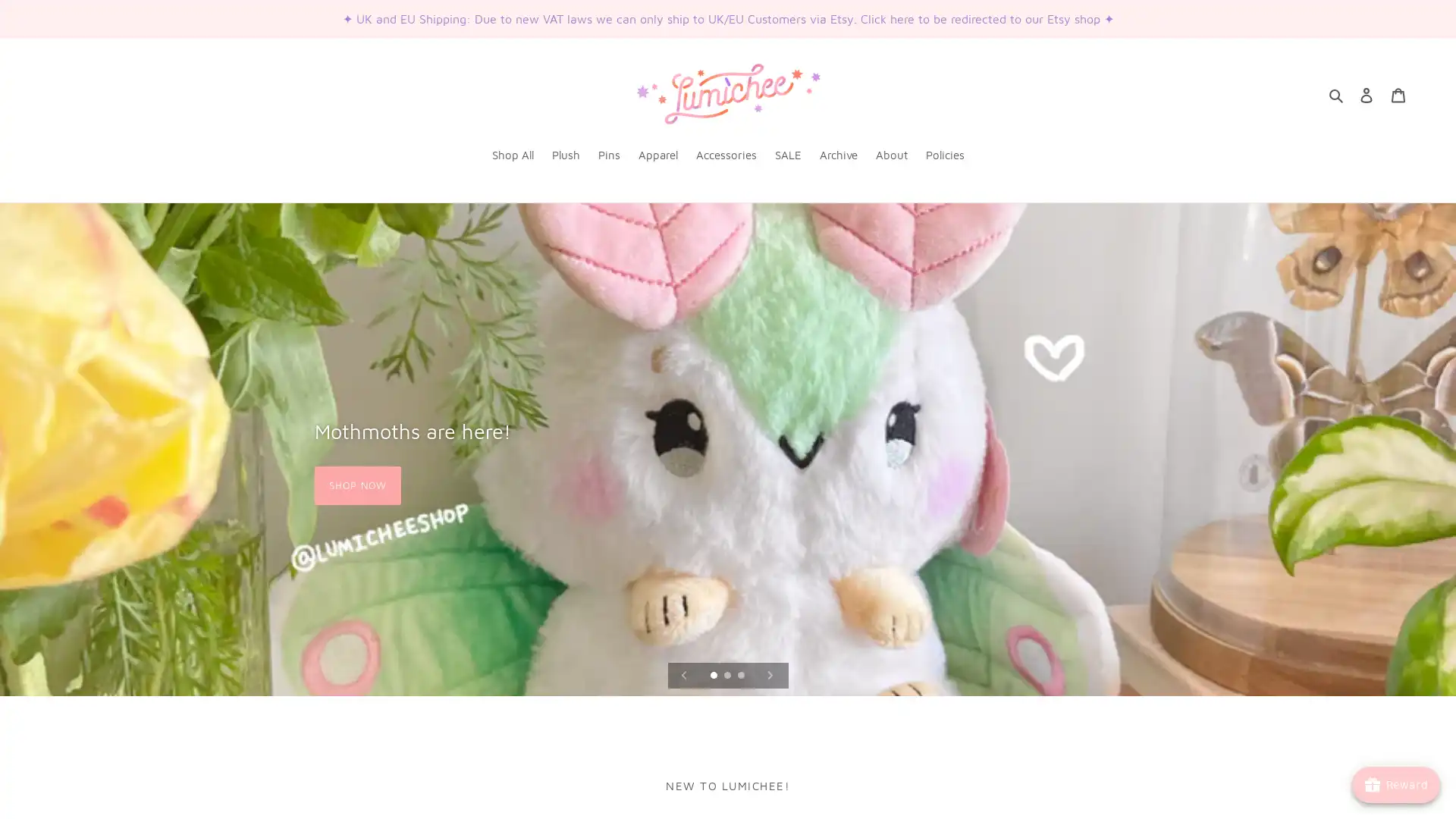  Describe the element at coordinates (1395, 784) in the screenshot. I see `Reward` at that location.